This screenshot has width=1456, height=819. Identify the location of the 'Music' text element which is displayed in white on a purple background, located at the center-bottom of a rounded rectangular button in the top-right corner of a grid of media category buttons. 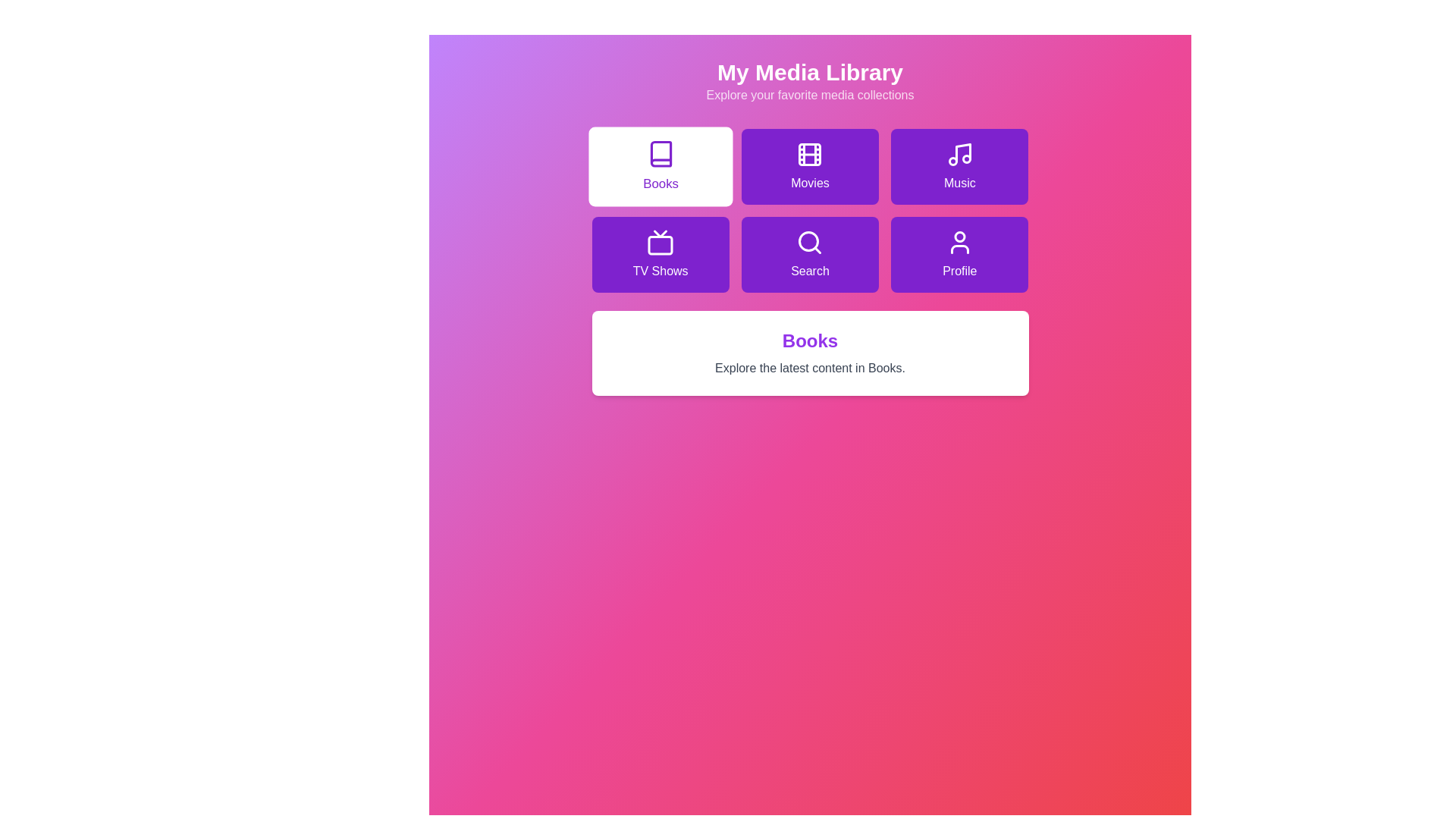
(959, 183).